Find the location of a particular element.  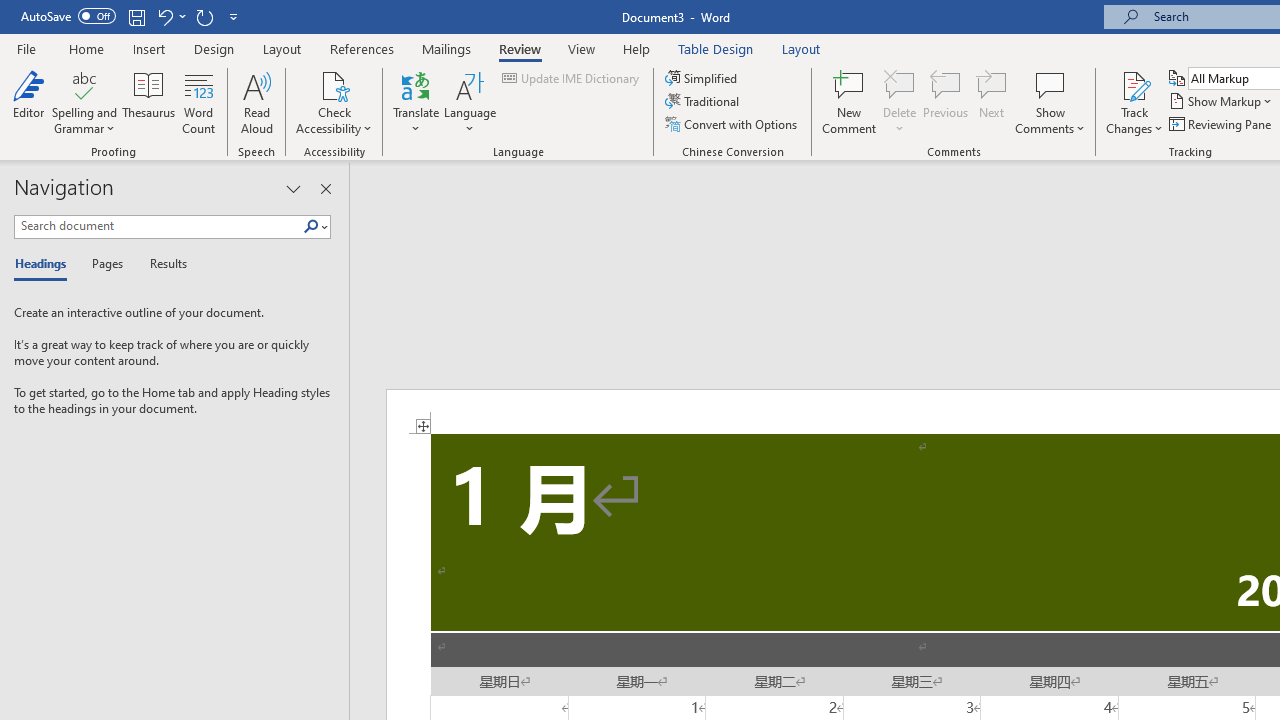

'Read Aloud' is located at coordinates (255, 103).